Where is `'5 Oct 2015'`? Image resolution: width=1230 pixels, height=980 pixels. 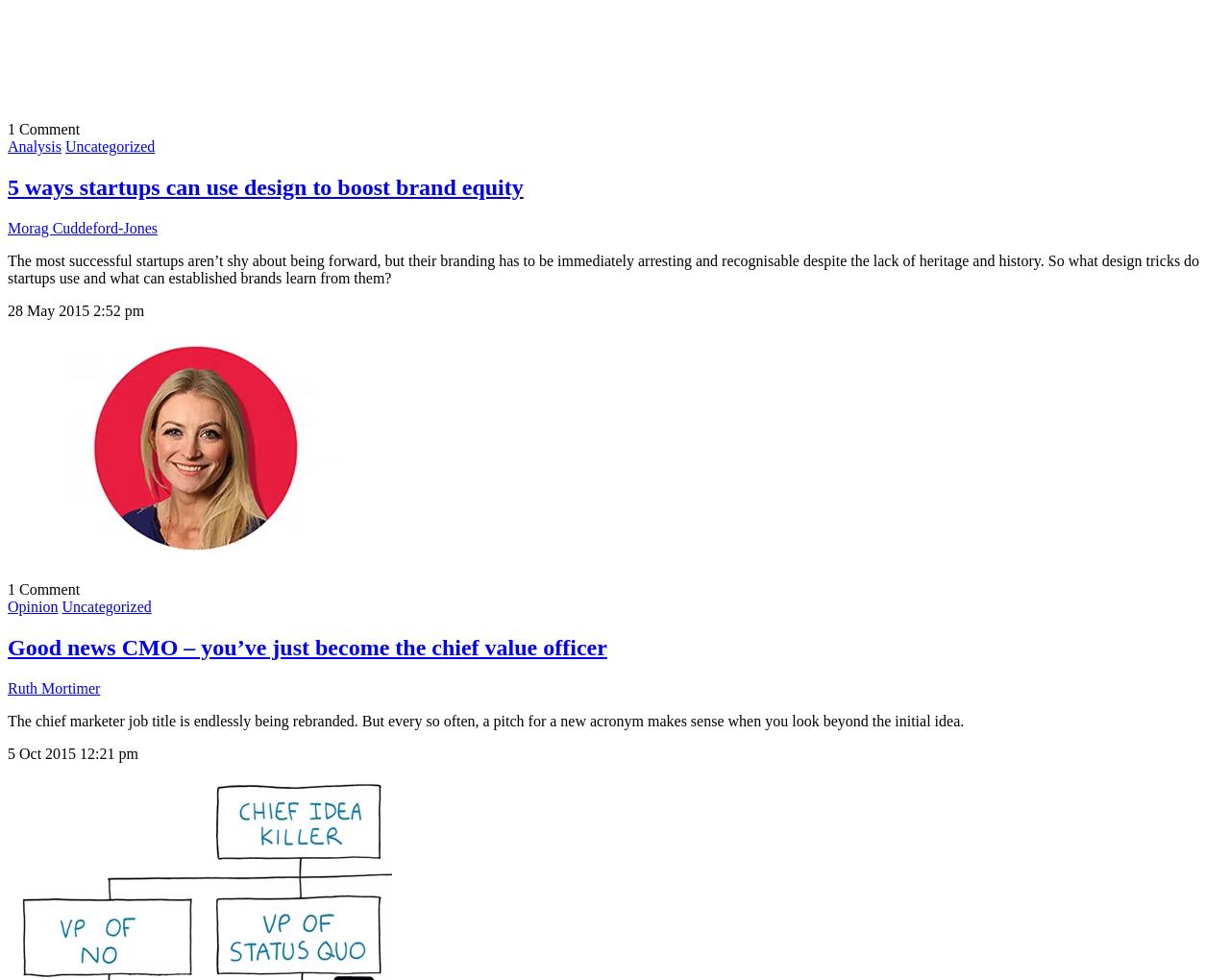 '5 Oct 2015' is located at coordinates (8, 752).